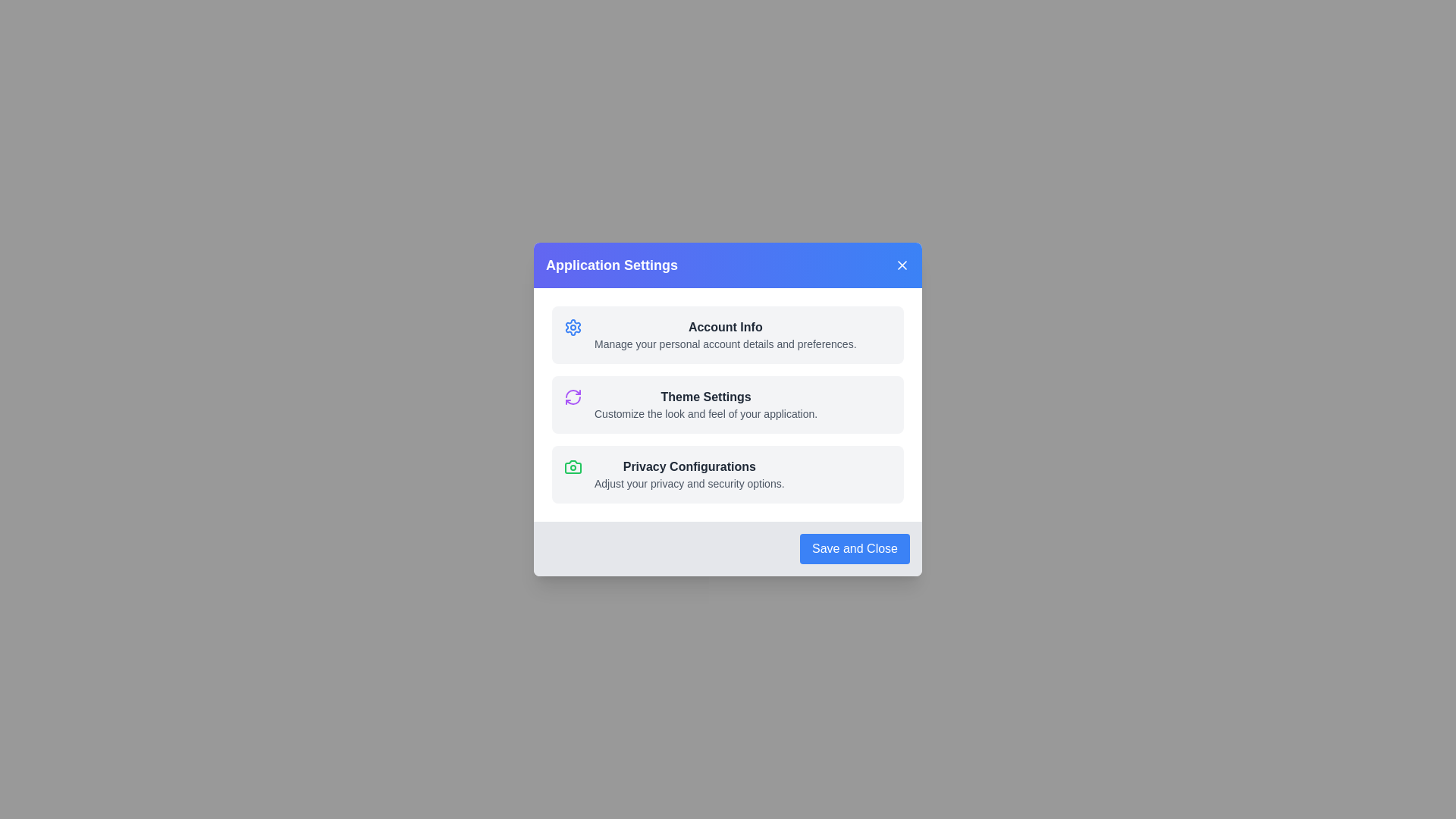  Describe the element at coordinates (728, 403) in the screenshot. I see `the settings section titled Theme Settings` at that location.